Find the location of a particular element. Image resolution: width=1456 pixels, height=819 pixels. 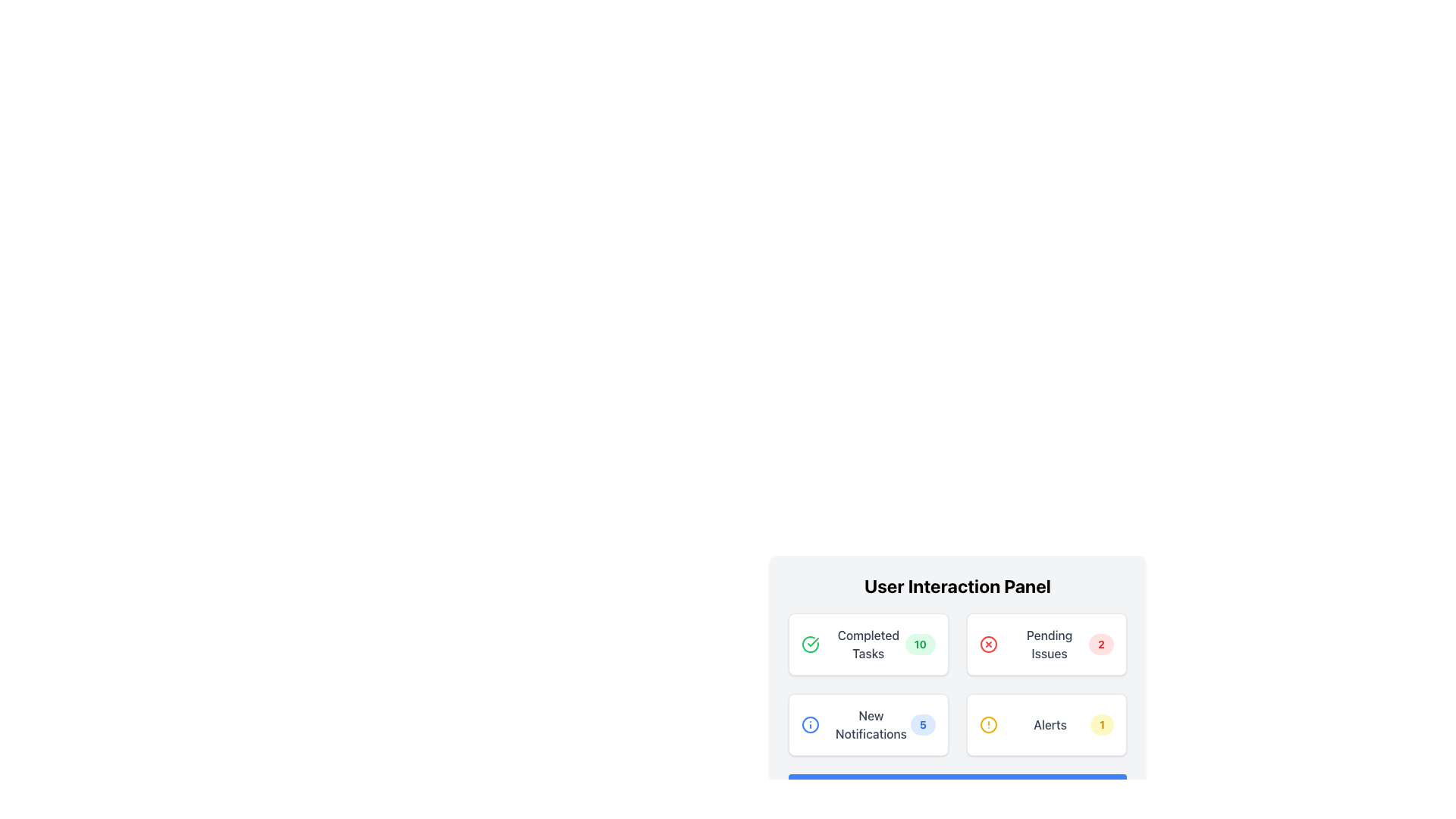

the decorative SVG graphic icon representing completed tasks located in the top-left panel labeled 'Completed Tasks' in the dashboard is located at coordinates (810, 644).